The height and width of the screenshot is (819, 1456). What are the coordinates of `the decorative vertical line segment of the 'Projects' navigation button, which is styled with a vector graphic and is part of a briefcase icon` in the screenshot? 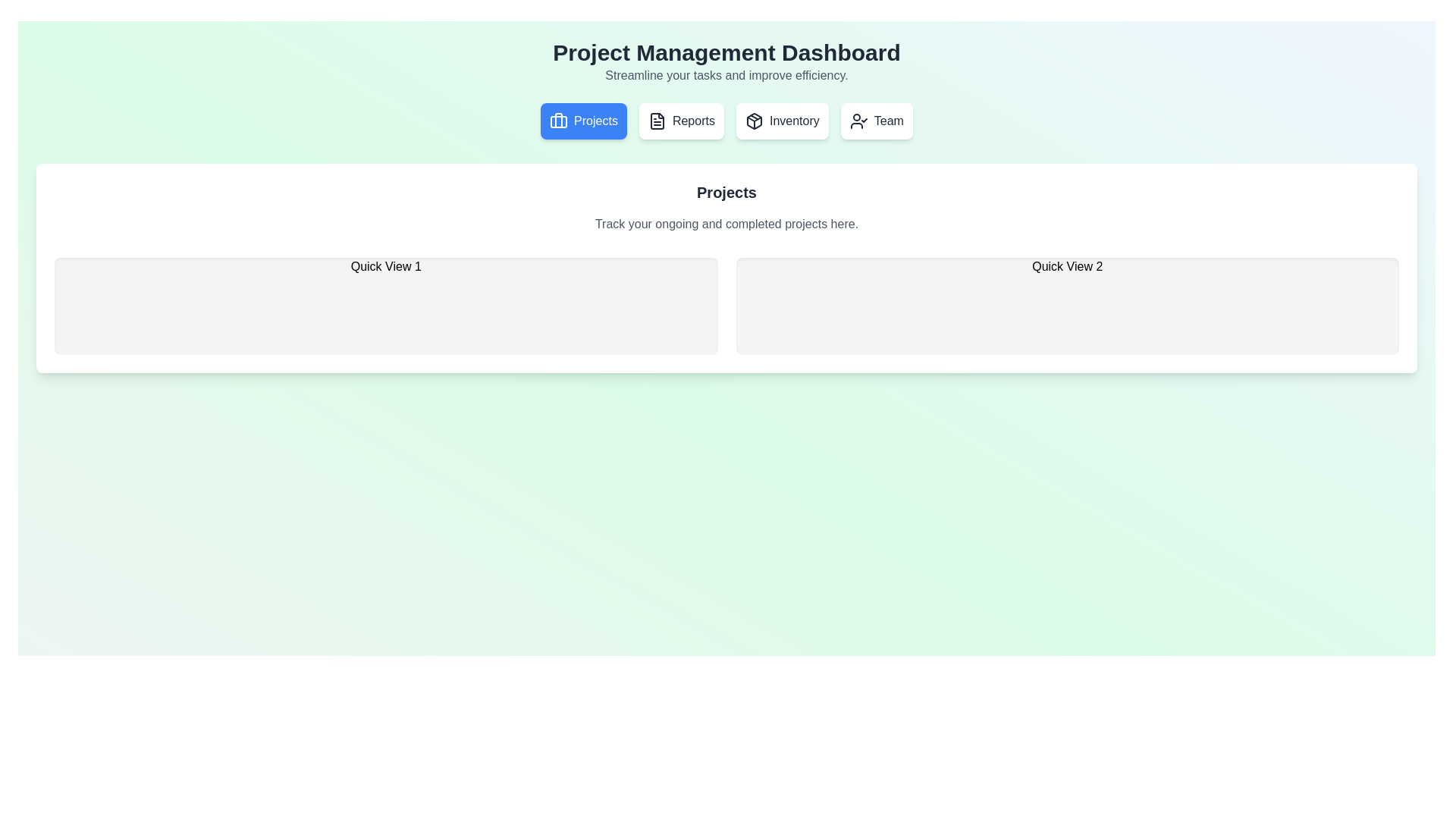 It's located at (558, 119).